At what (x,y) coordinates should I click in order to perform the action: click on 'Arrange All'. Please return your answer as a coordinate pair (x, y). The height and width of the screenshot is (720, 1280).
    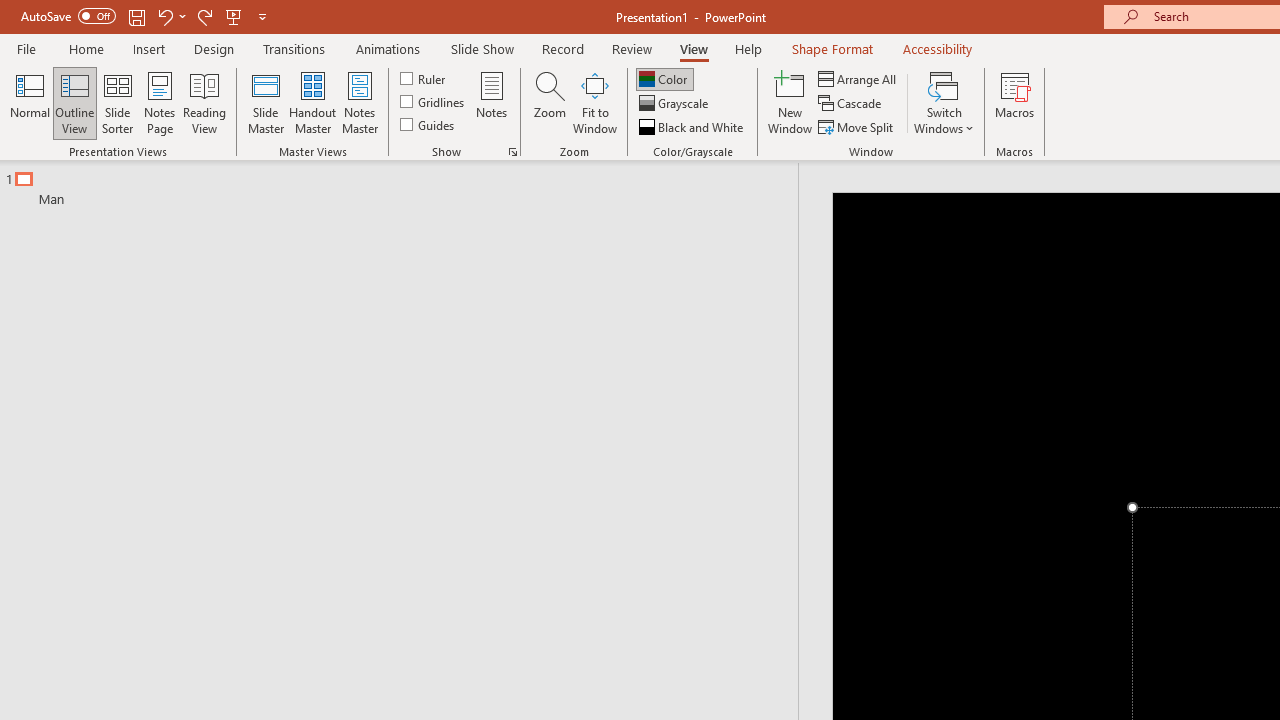
    Looking at the image, I should click on (858, 78).